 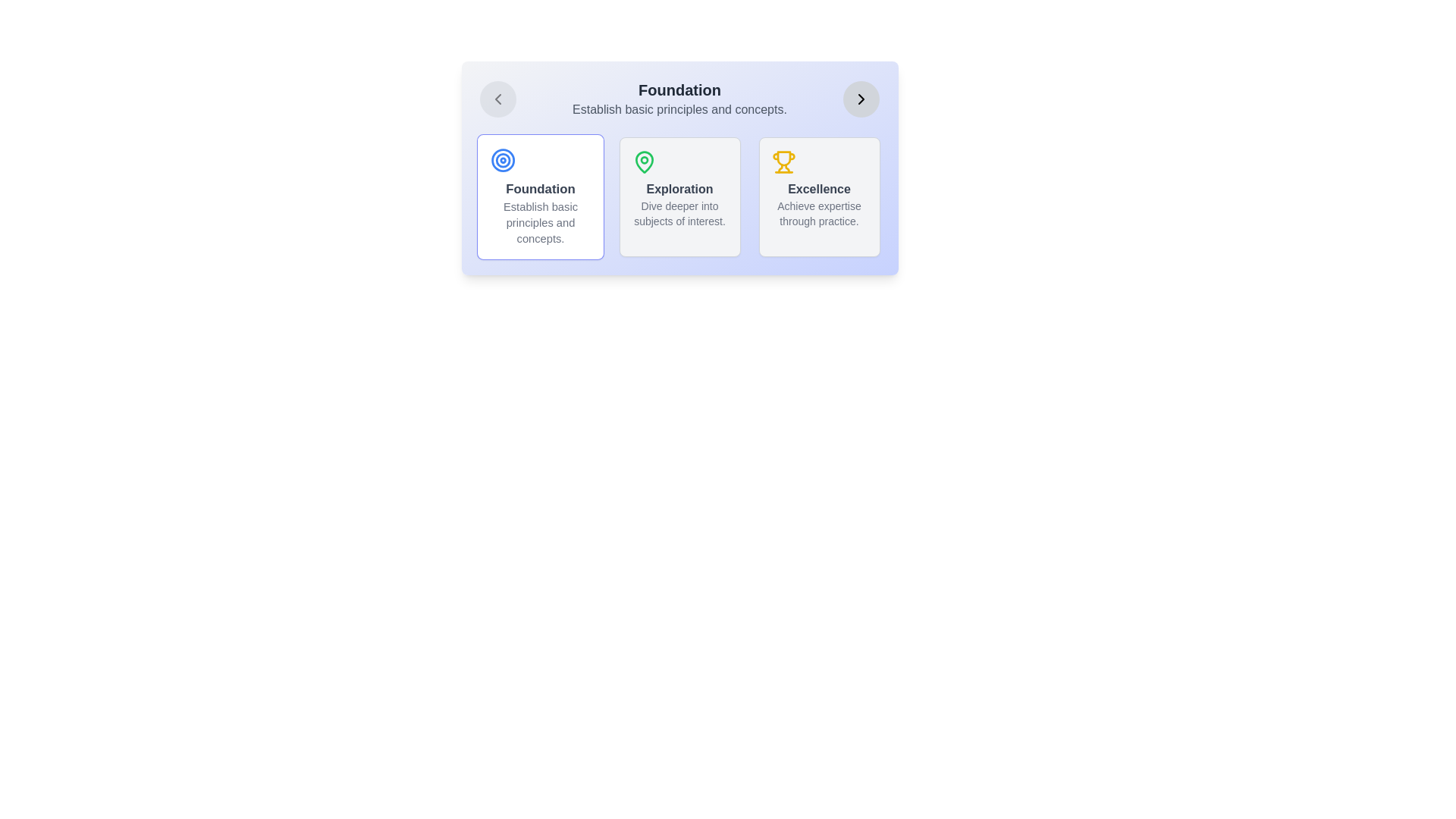 What do you see at coordinates (679, 109) in the screenshot?
I see `the text snippet reading 'Establish basic principles and concepts.' which is styled in subdued gray and located below the 'Foundation' header at the top center of the interface` at bounding box center [679, 109].